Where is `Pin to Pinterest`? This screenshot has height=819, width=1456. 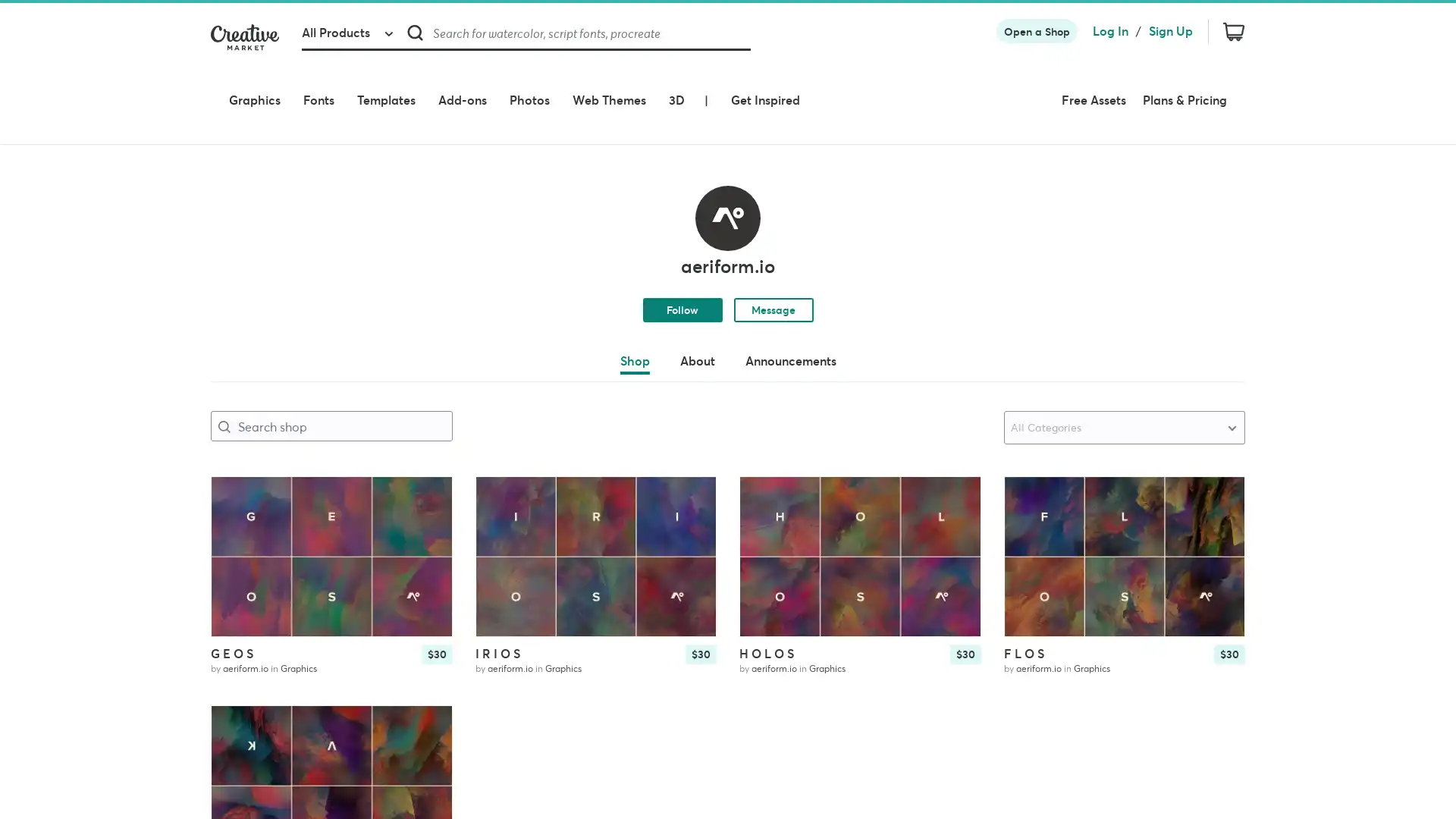 Pin to Pinterest is located at coordinates (764, 446).